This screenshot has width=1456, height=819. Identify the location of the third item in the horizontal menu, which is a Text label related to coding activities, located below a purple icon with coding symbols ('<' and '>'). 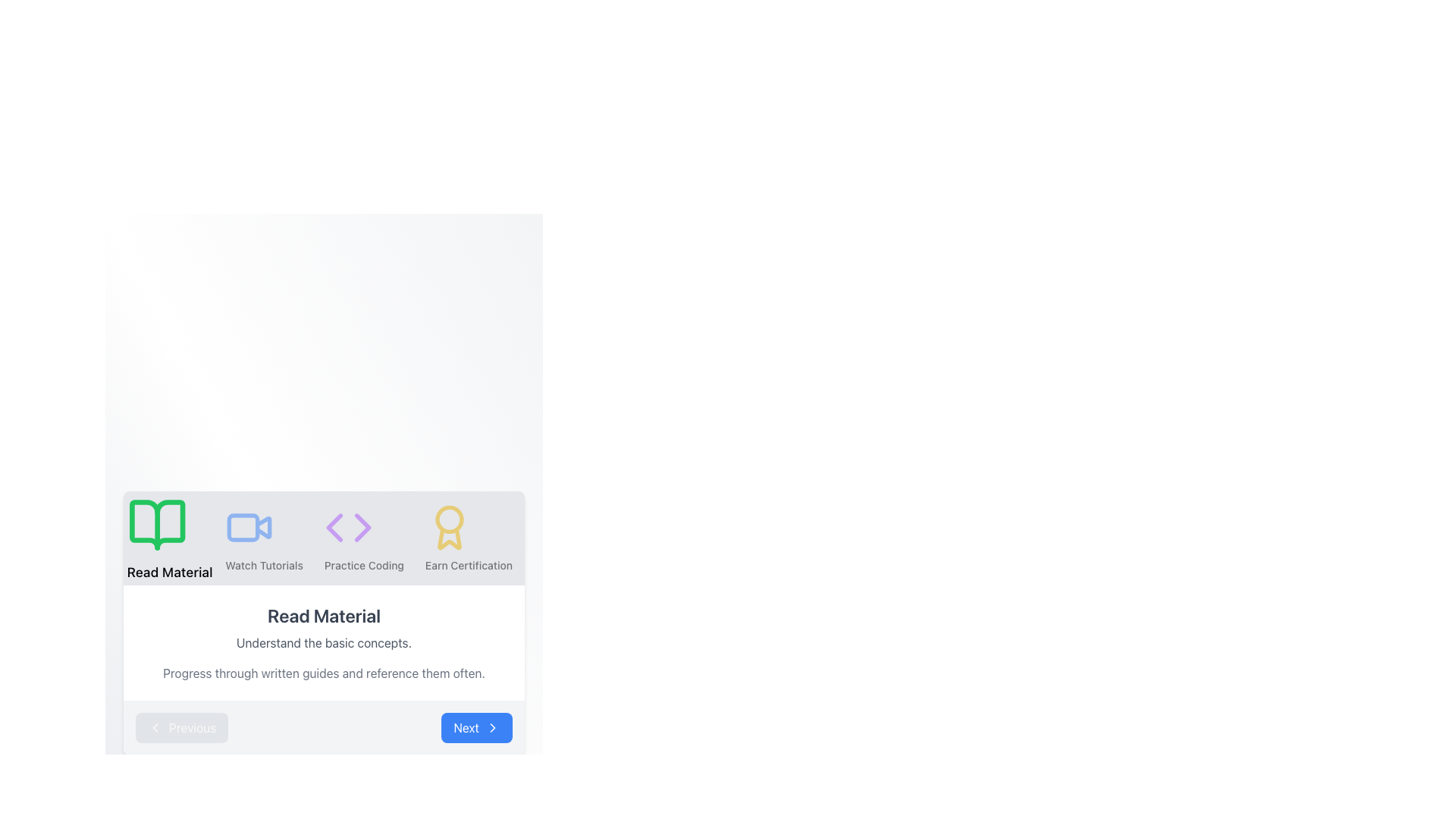
(364, 565).